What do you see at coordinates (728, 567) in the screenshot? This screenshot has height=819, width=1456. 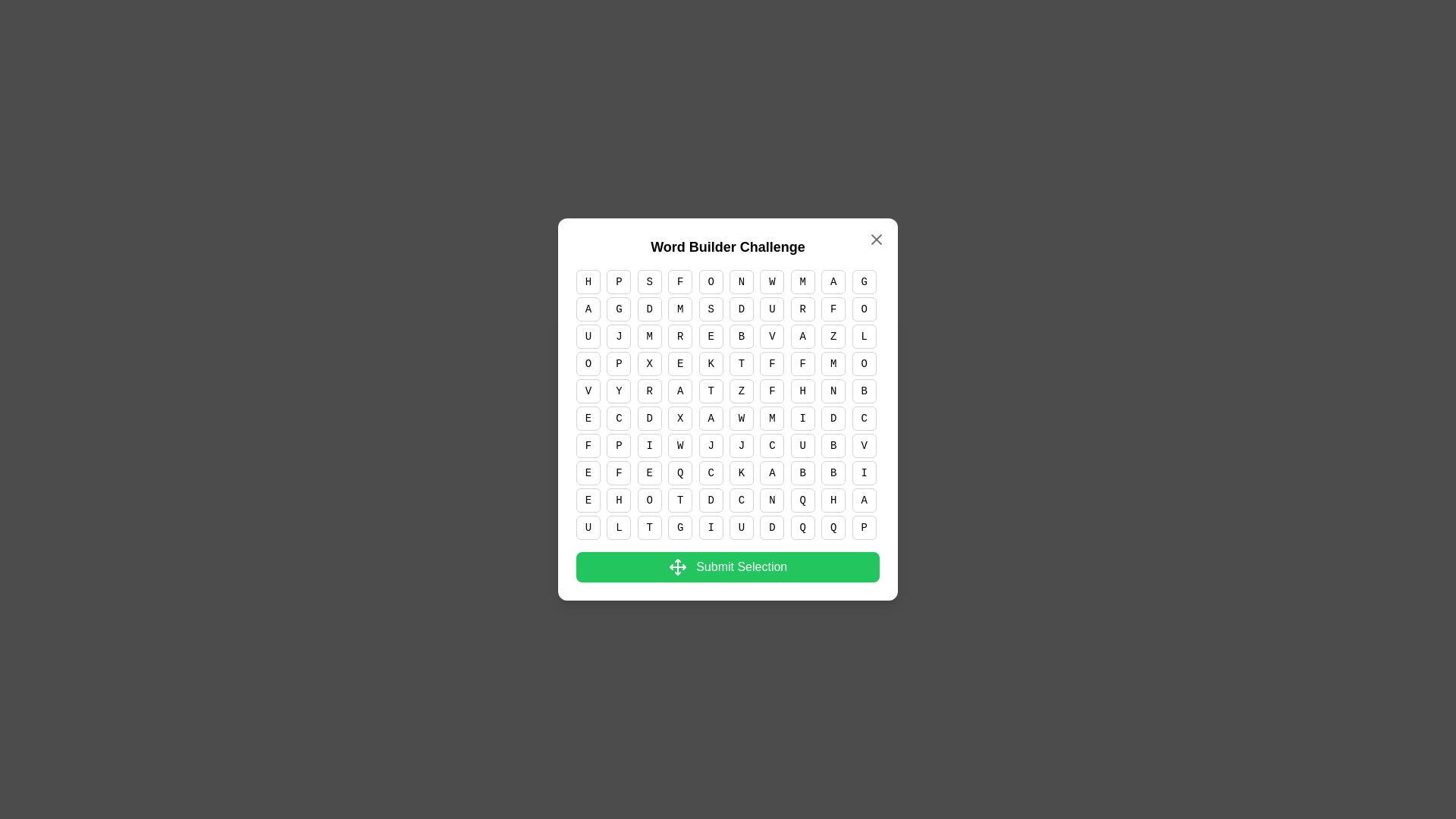 I see `the 'Submit Selection' button to submit the selected cells` at bounding box center [728, 567].